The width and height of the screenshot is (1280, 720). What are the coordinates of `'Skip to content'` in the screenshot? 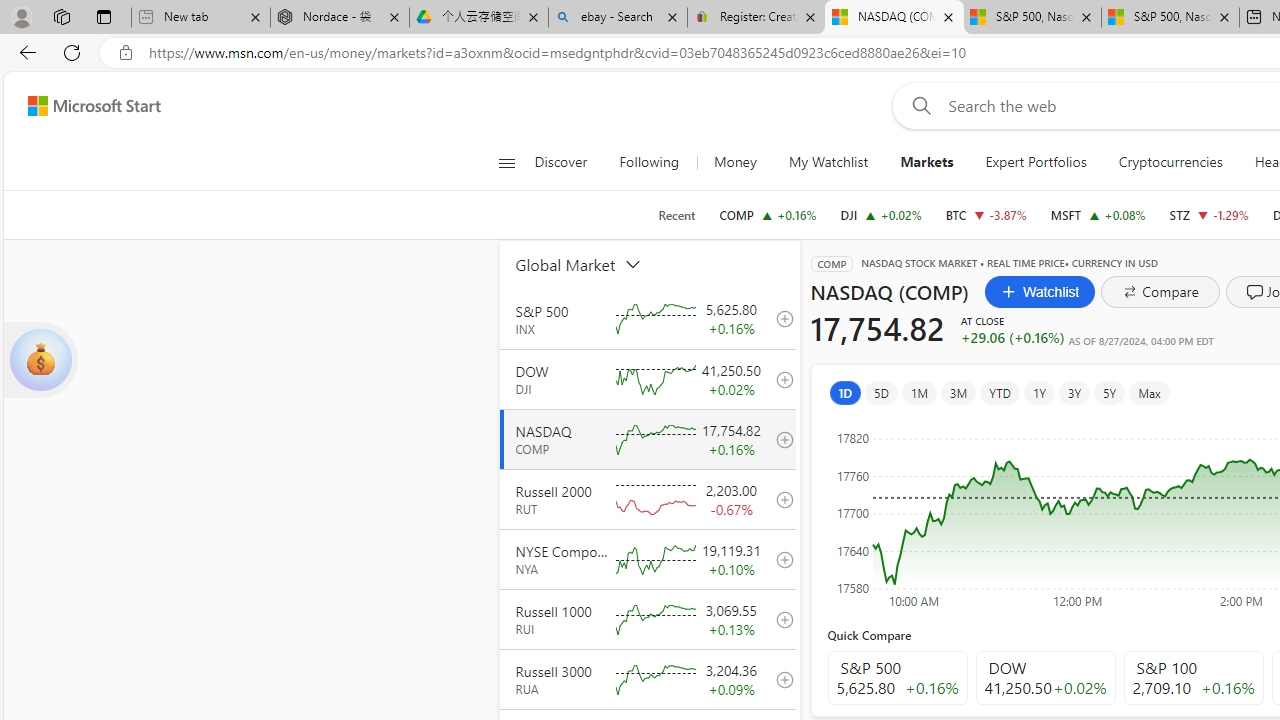 It's located at (86, 105).